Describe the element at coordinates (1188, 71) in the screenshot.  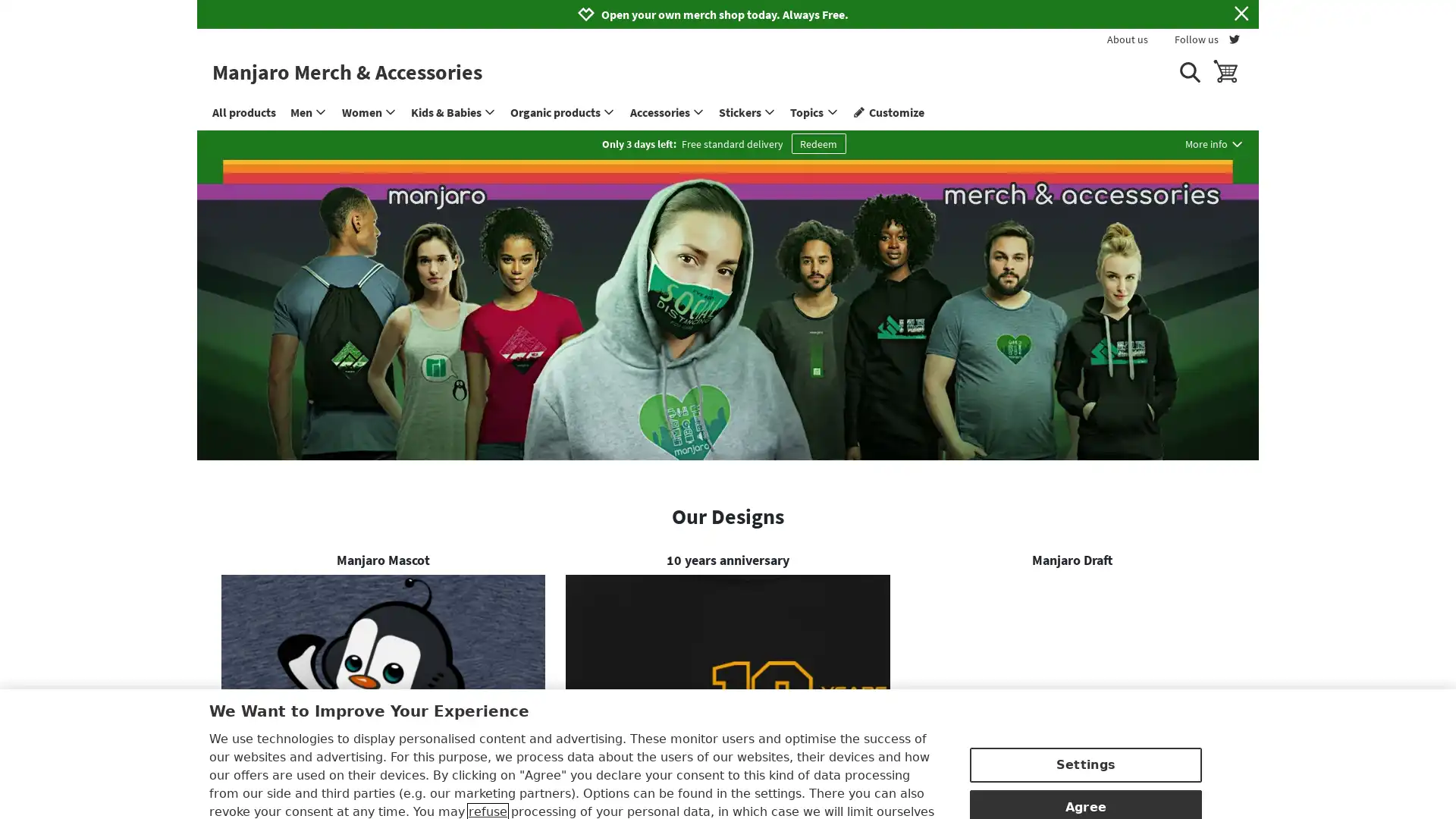
I see `show search` at that location.